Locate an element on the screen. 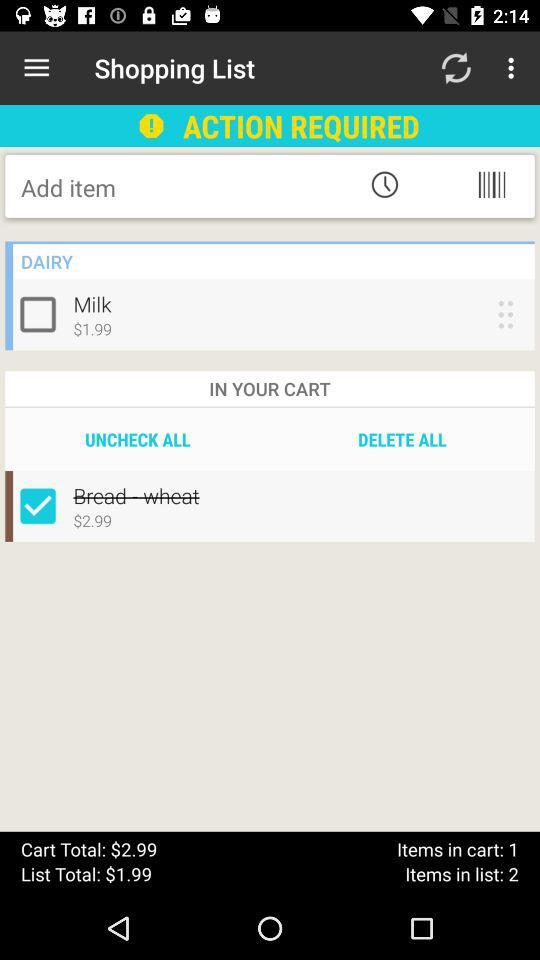 The height and width of the screenshot is (960, 540). this clock is located at coordinates (384, 184).